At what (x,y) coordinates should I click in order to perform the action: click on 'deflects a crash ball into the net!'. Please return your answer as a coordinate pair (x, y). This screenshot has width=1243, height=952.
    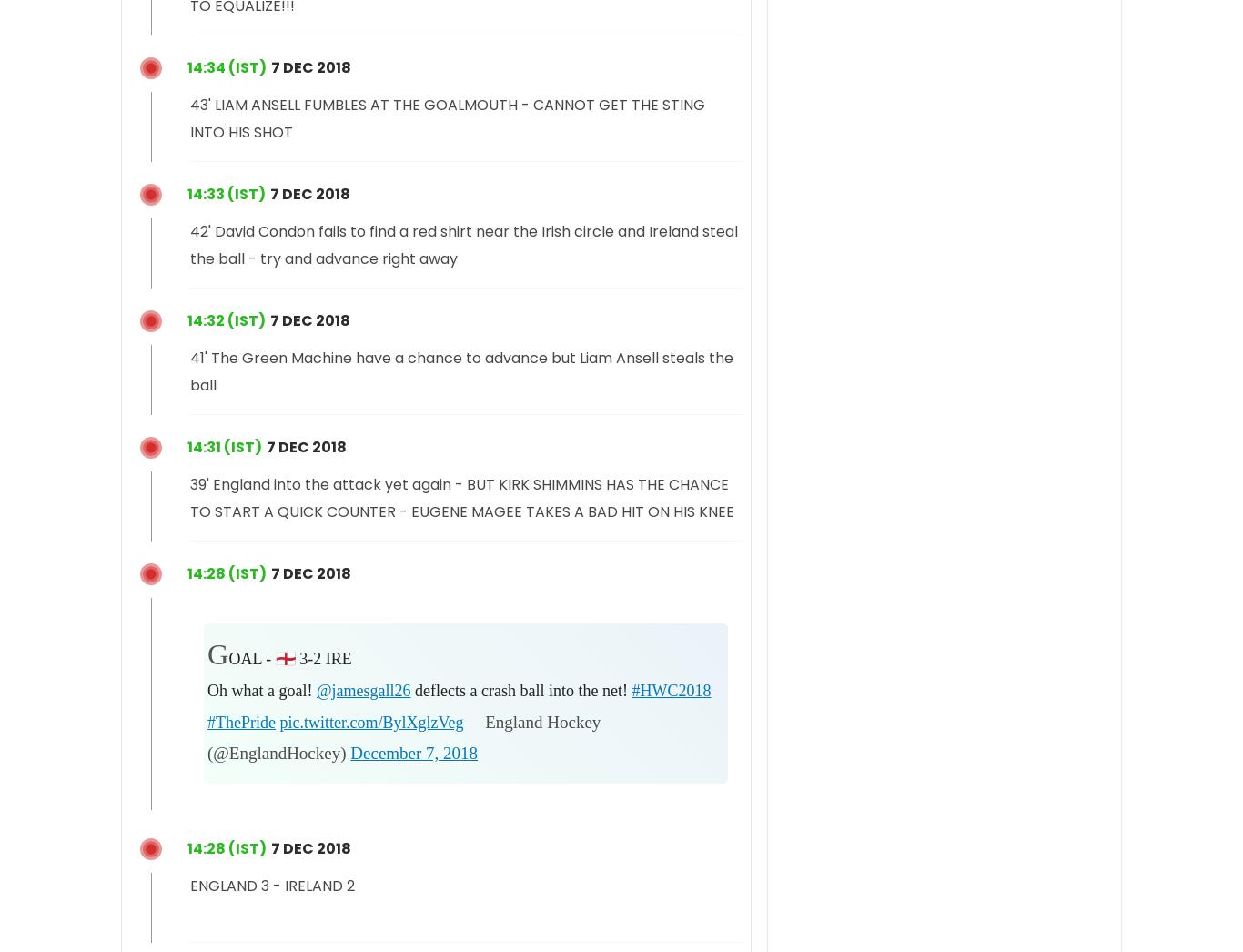
    Looking at the image, I should click on (520, 689).